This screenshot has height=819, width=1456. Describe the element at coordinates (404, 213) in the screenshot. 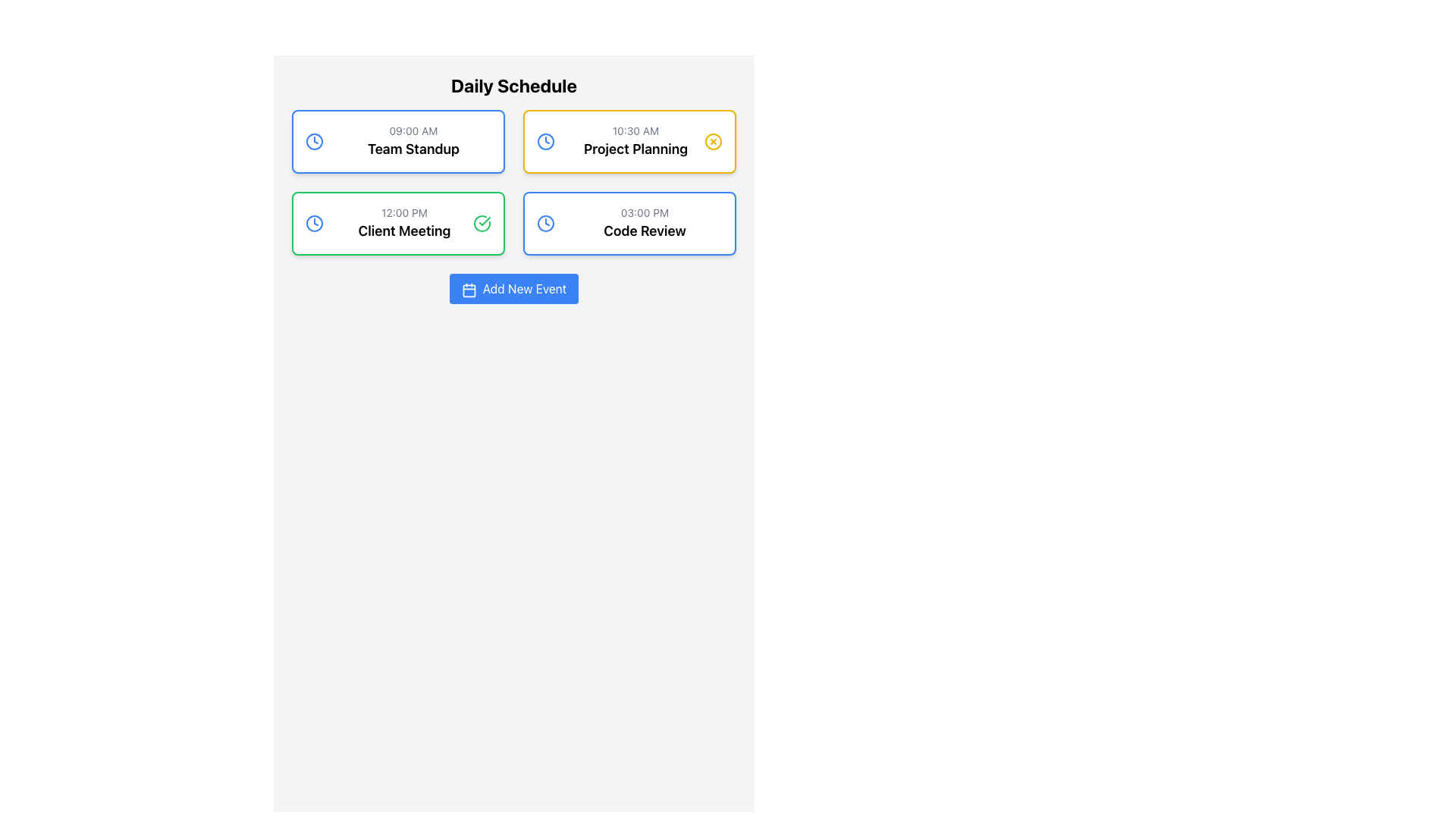

I see `displayed time from the static text label showing '12:00 PM' in gray color, located within the green-bordered box titled 'Client Meeting' under the 'Daily Schedule' section` at that location.